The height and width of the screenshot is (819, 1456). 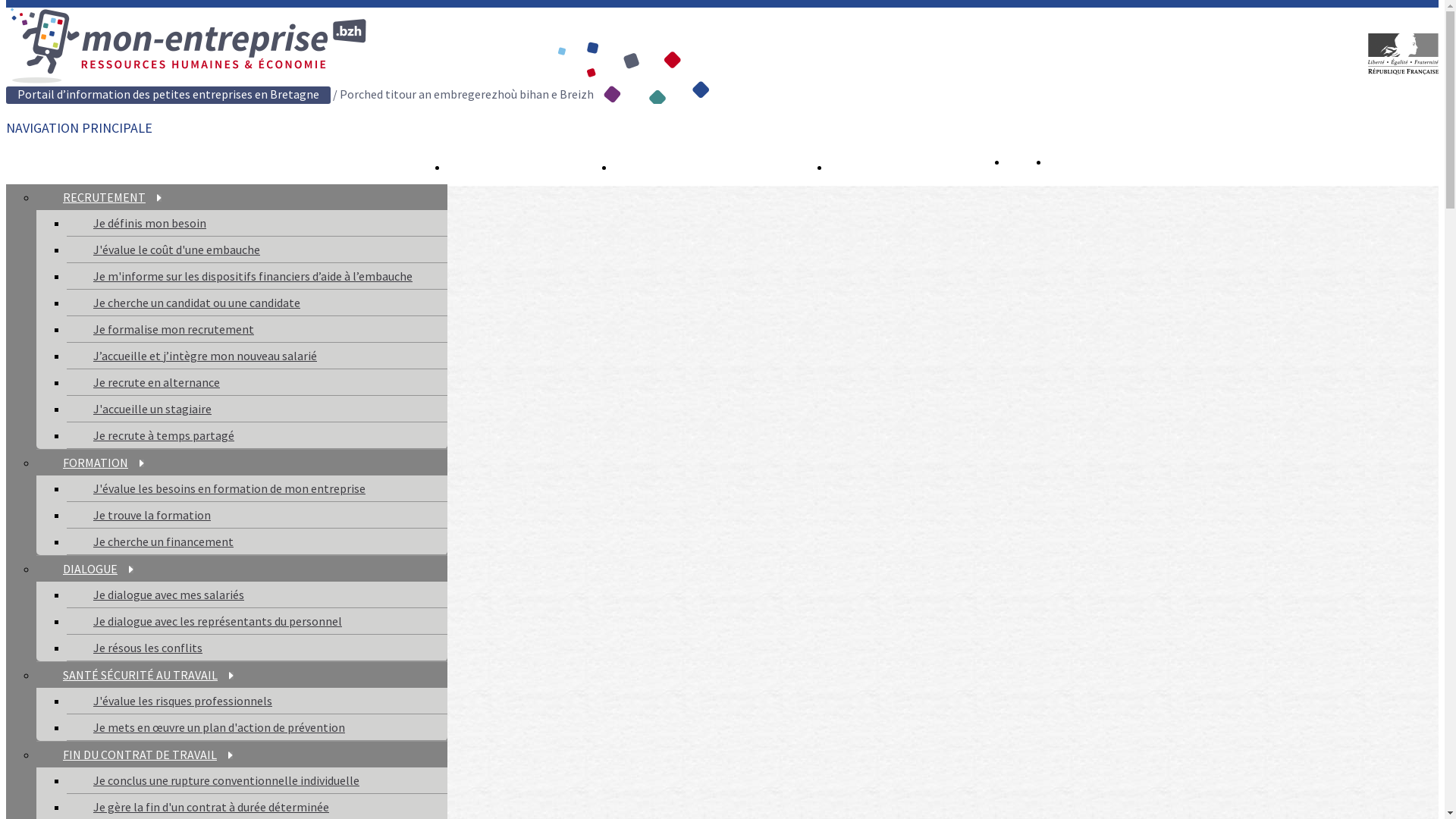 I want to click on 'Je cherche un financement', so click(x=163, y=540).